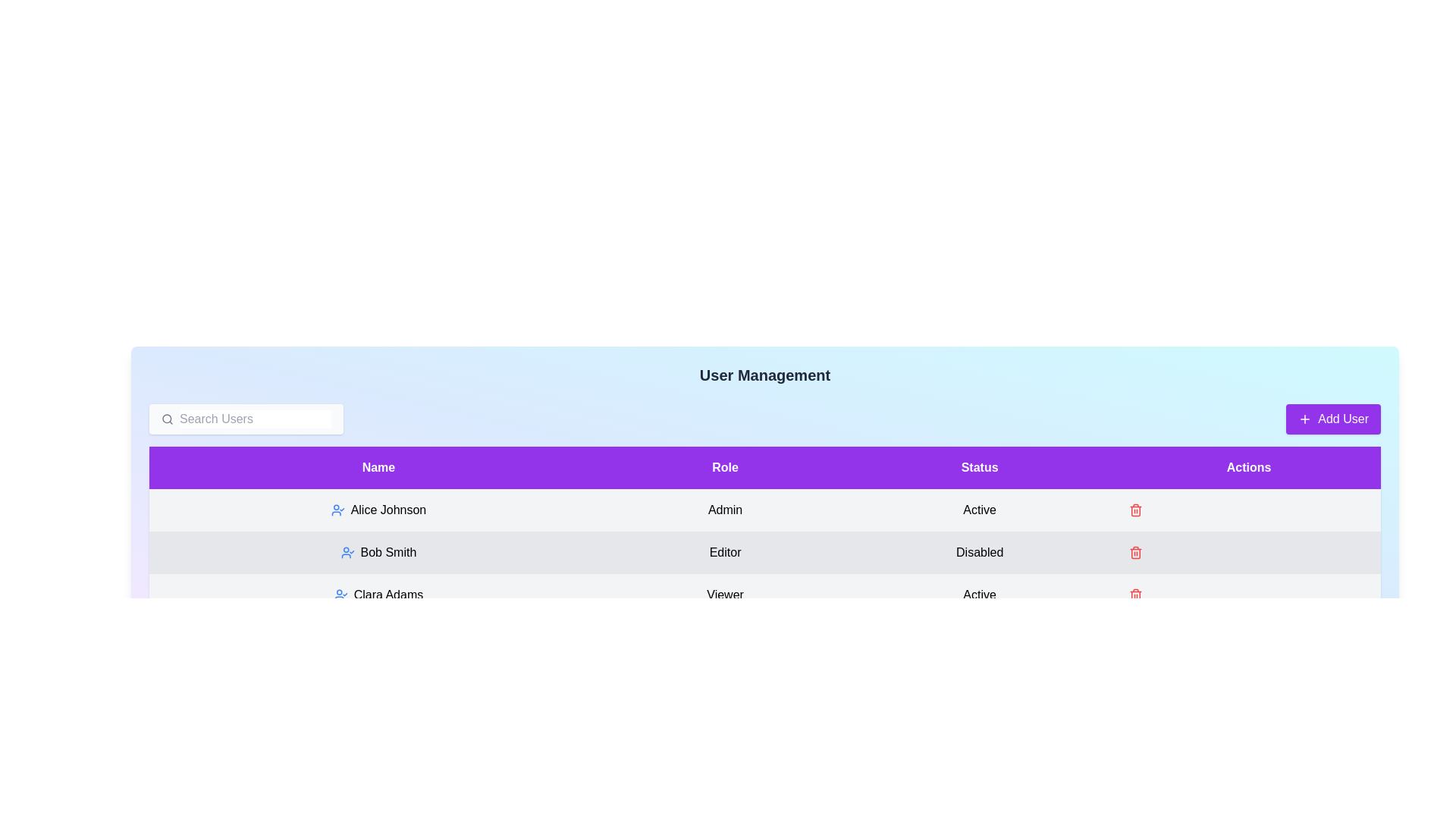 Image resolution: width=1456 pixels, height=819 pixels. I want to click on the header Name to sort the table by that column, so click(378, 467).